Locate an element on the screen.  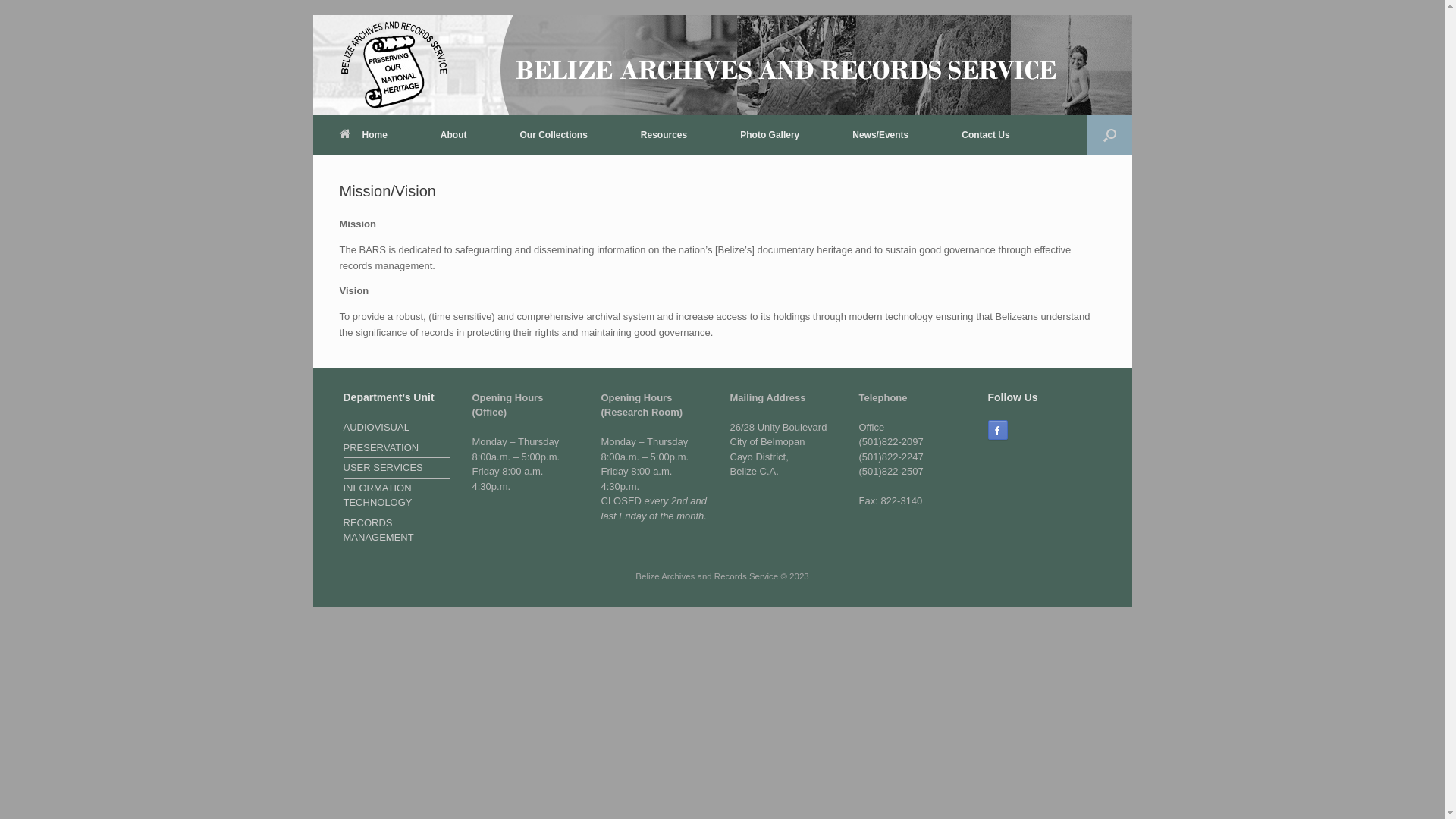
'Belize Archives and Records Service Facebook' is located at coordinates (997, 430).